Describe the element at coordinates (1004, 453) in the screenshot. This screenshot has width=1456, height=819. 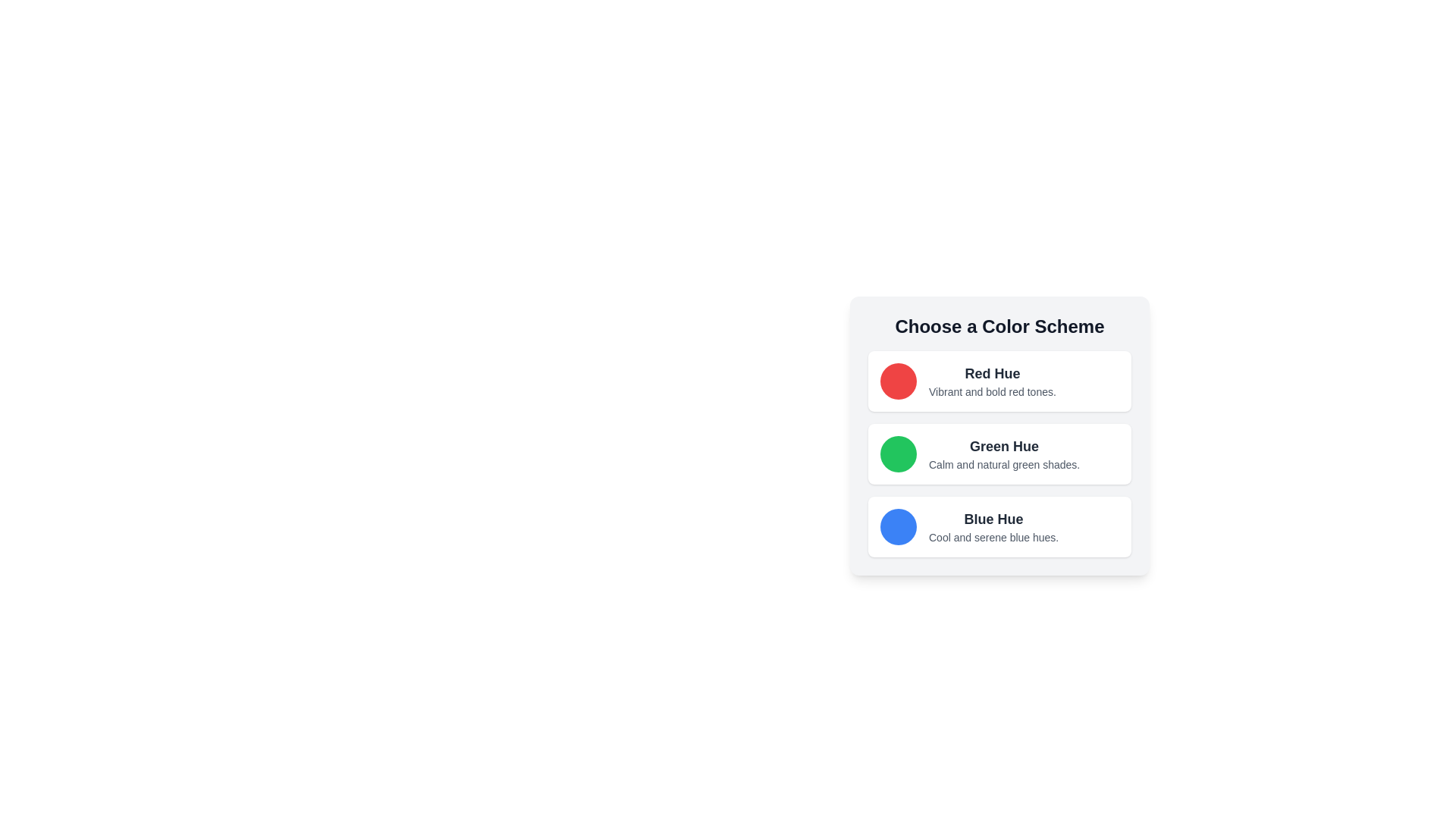
I see `the text label displaying the name and description of the green-themed color scheme option located in the second card under the heading 'Choose a Color Scheme.'` at that location.